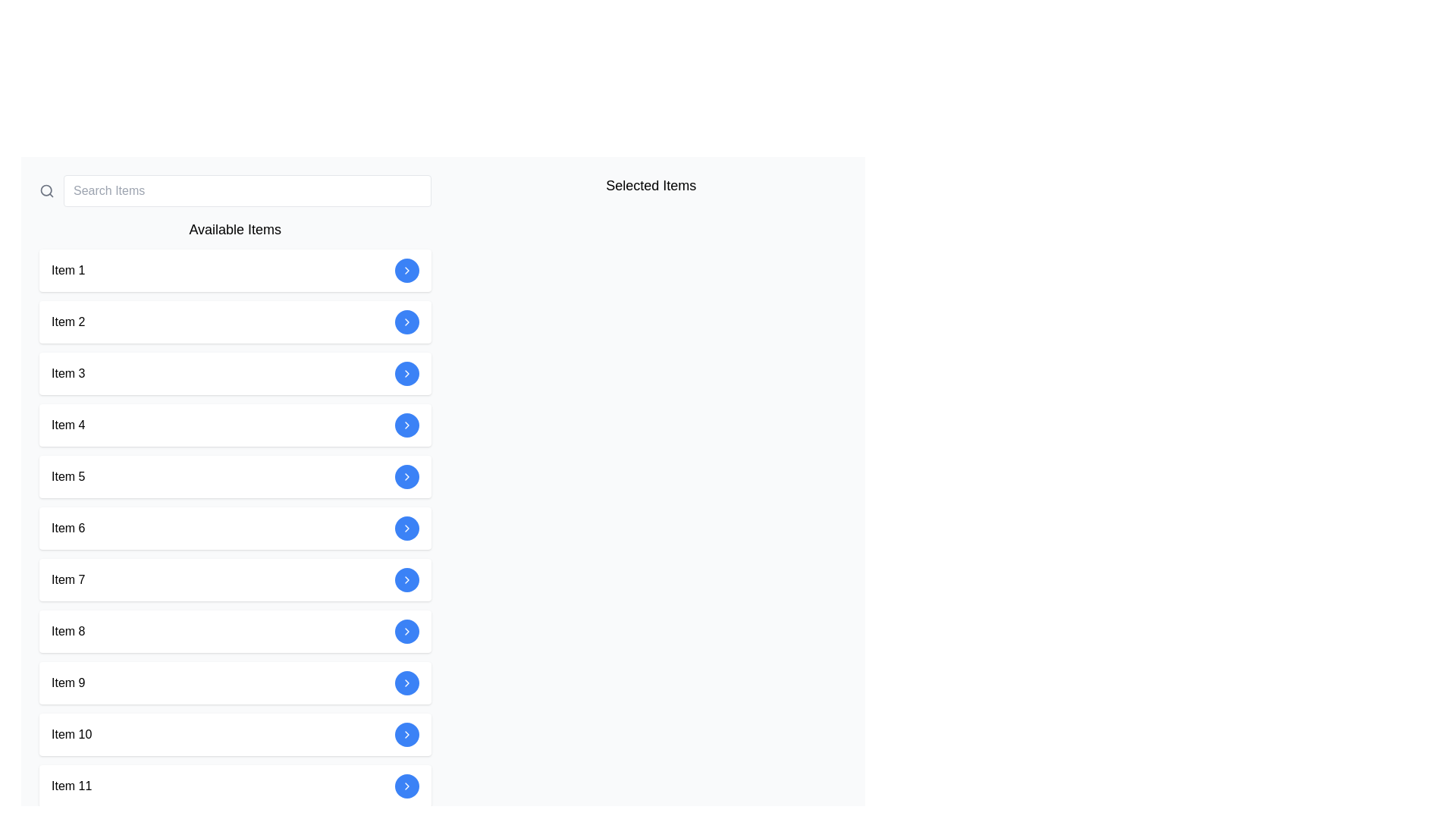 This screenshot has height=819, width=1456. I want to click on the selectable list item representing 'Item 11', so click(234, 786).